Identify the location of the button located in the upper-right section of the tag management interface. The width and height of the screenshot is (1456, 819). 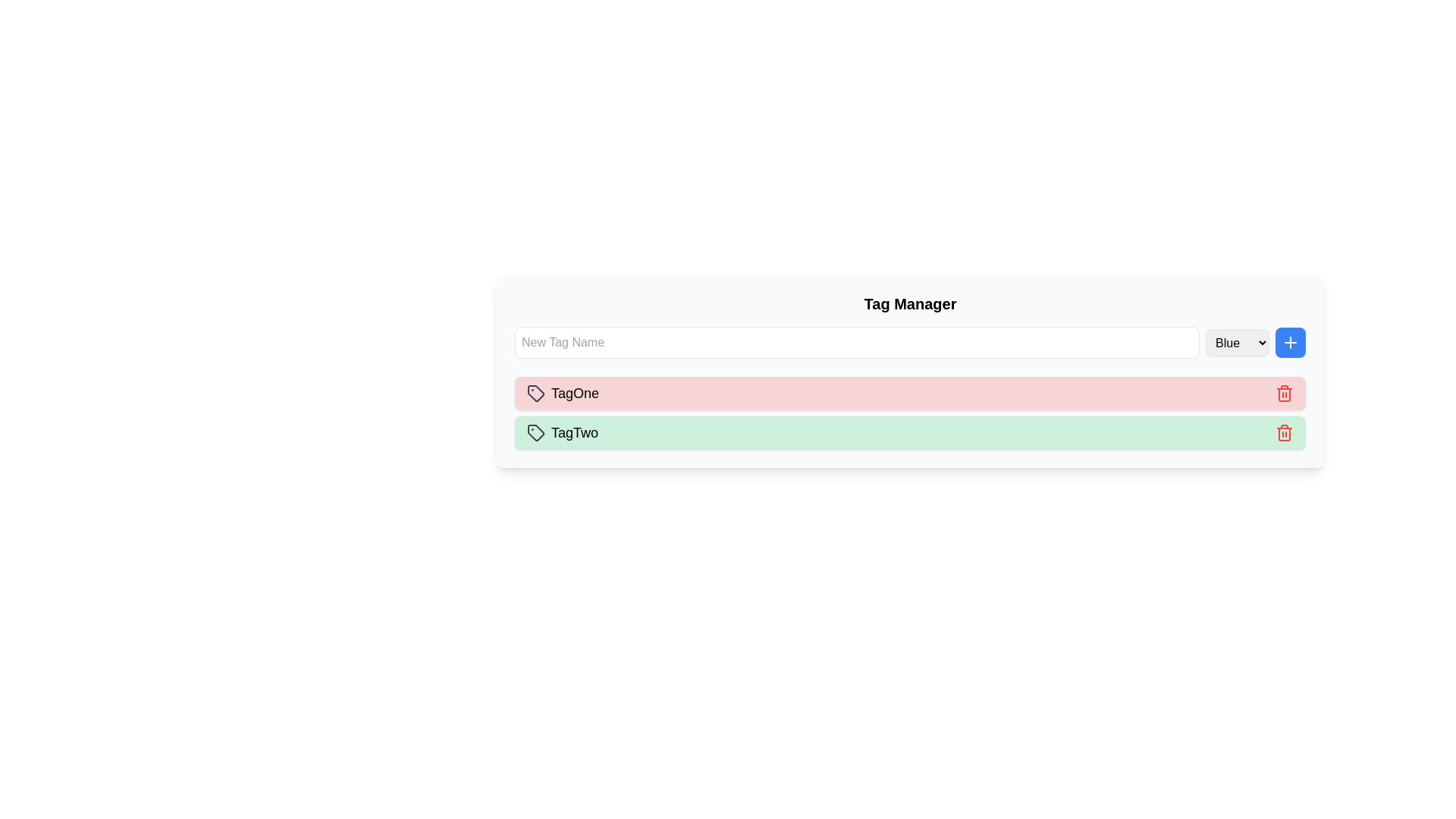
(1290, 342).